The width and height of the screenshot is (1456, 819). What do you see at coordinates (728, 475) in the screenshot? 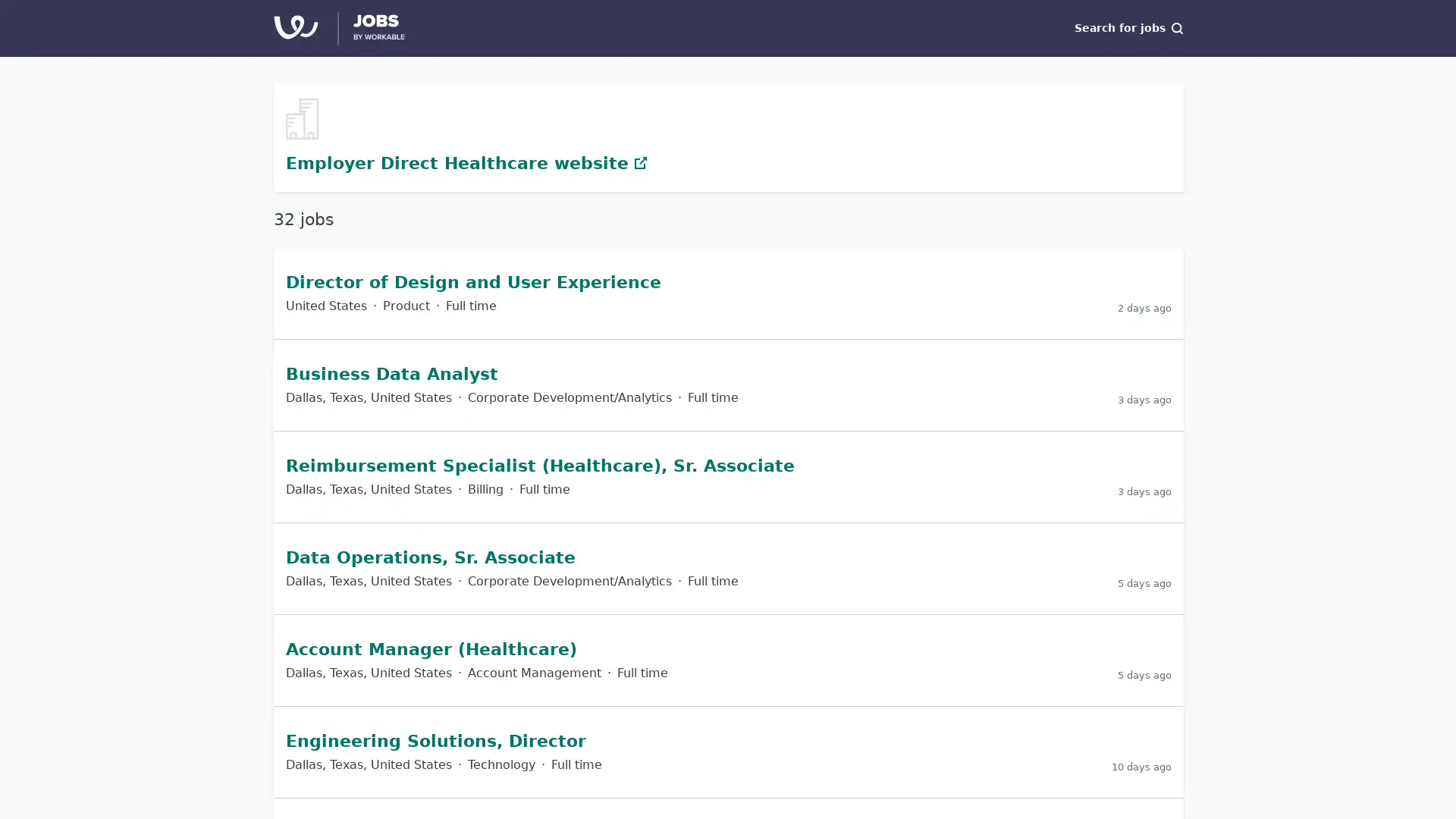
I see `Reimbursement Specialist (Healthcare), Sr. Associate at Employer Direct Healthcare` at bounding box center [728, 475].